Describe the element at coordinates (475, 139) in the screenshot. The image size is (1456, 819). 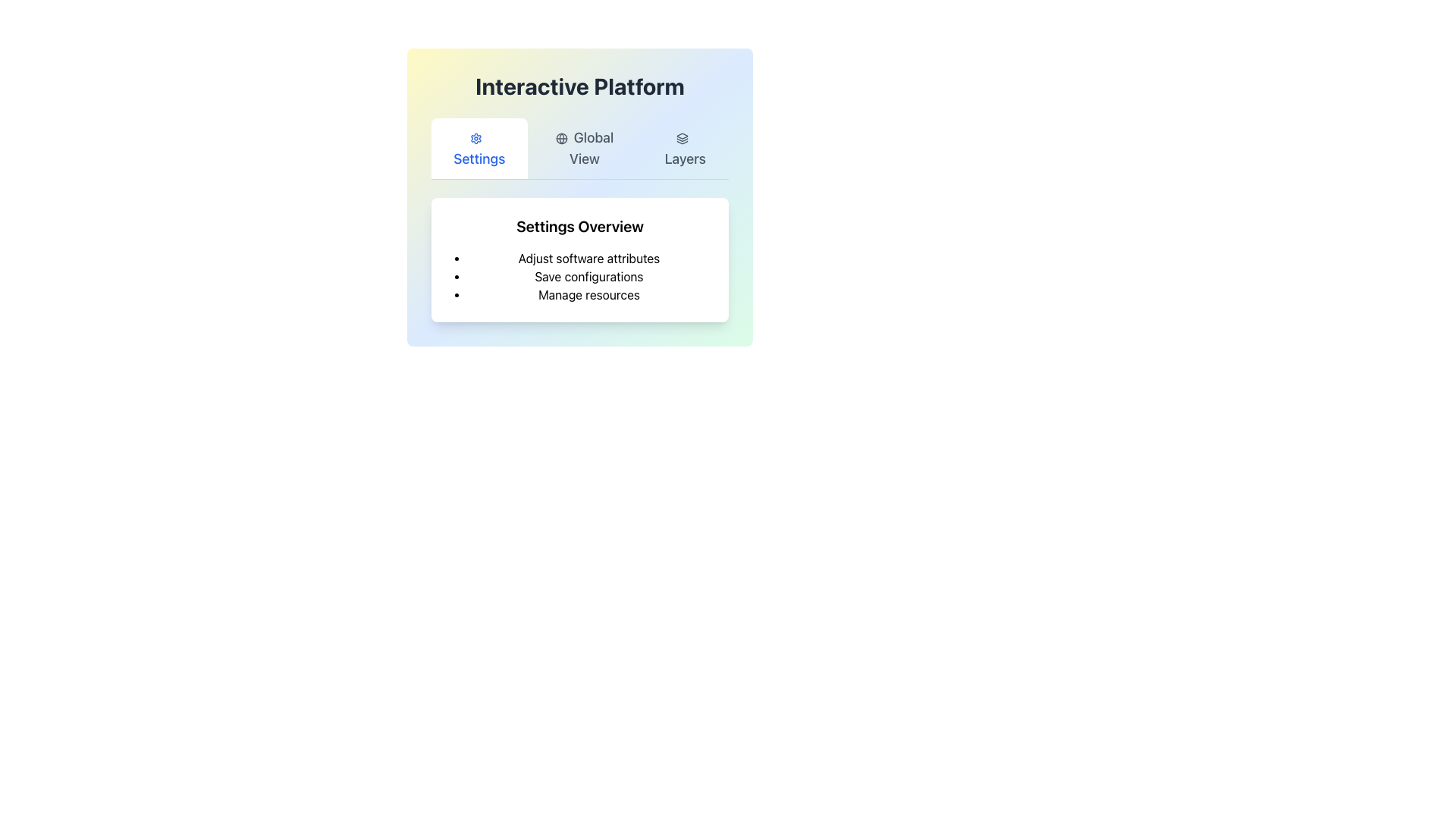
I see `the gear-shaped icon in the 'Settings' section` at that location.